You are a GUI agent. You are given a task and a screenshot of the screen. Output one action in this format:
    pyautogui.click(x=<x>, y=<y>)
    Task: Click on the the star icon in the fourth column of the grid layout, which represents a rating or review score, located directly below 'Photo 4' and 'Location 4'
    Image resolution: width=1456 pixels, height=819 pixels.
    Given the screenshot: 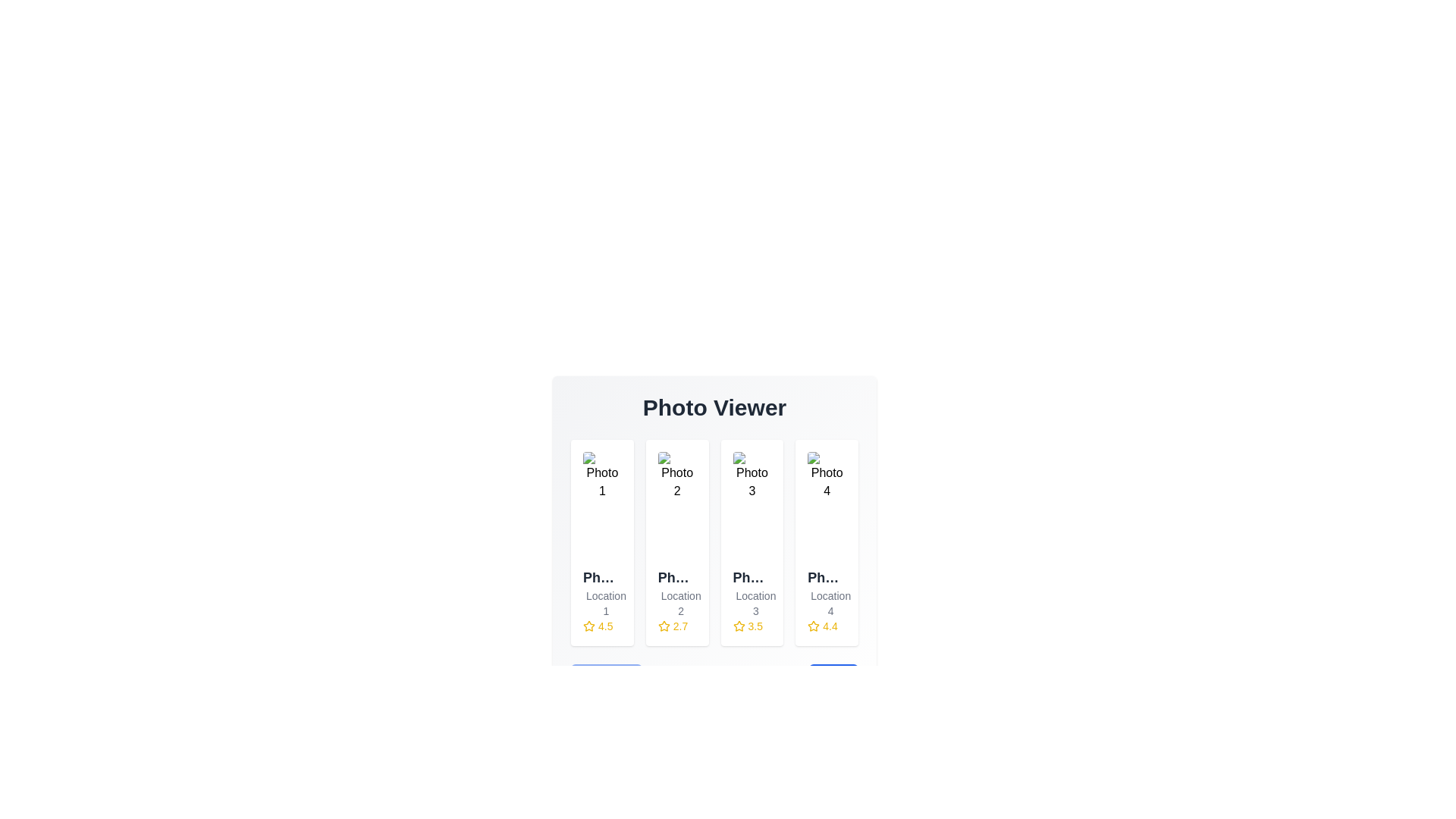 What is the action you would take?
    pyautogui.click(x=813, y=626)
    